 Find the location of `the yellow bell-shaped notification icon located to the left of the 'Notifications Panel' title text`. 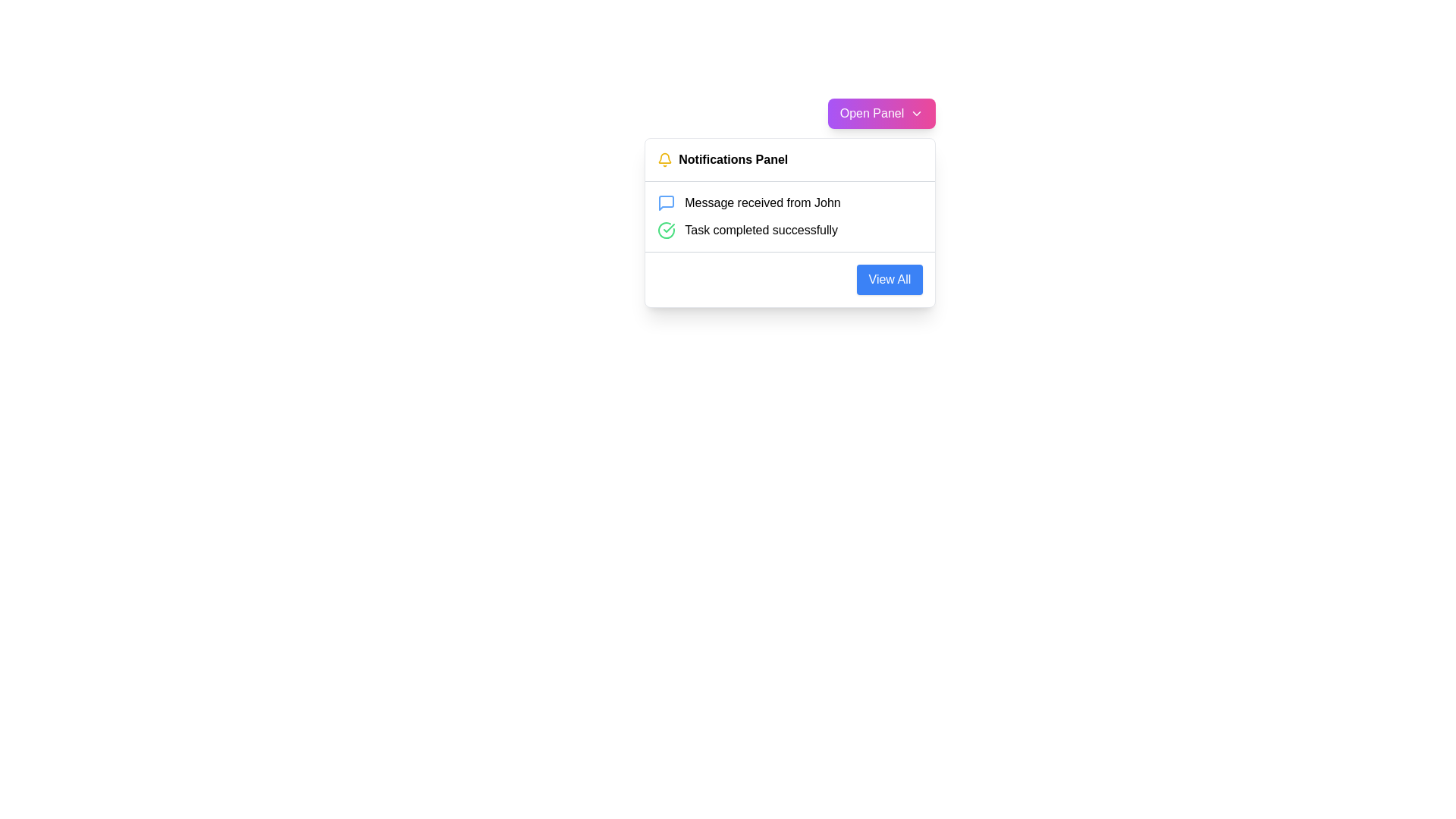

the yellow bell-shaped notification icon located to the left of the 'Notifications Panel' title text is located at coordinates (665, 160).